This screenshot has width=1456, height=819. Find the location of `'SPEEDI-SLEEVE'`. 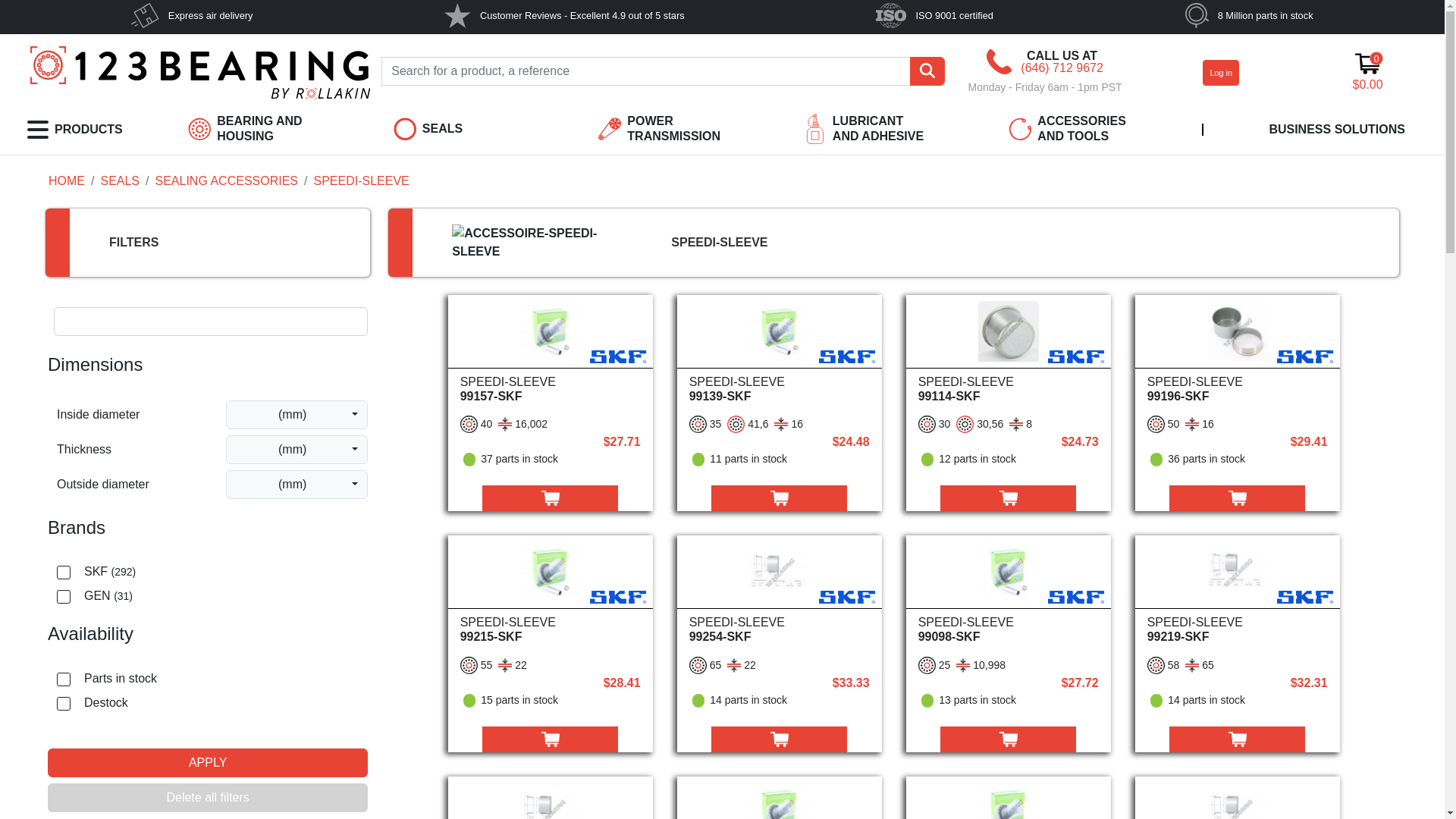

'SPEEDI-SLEEVE' is located at coordinates (359, 180).